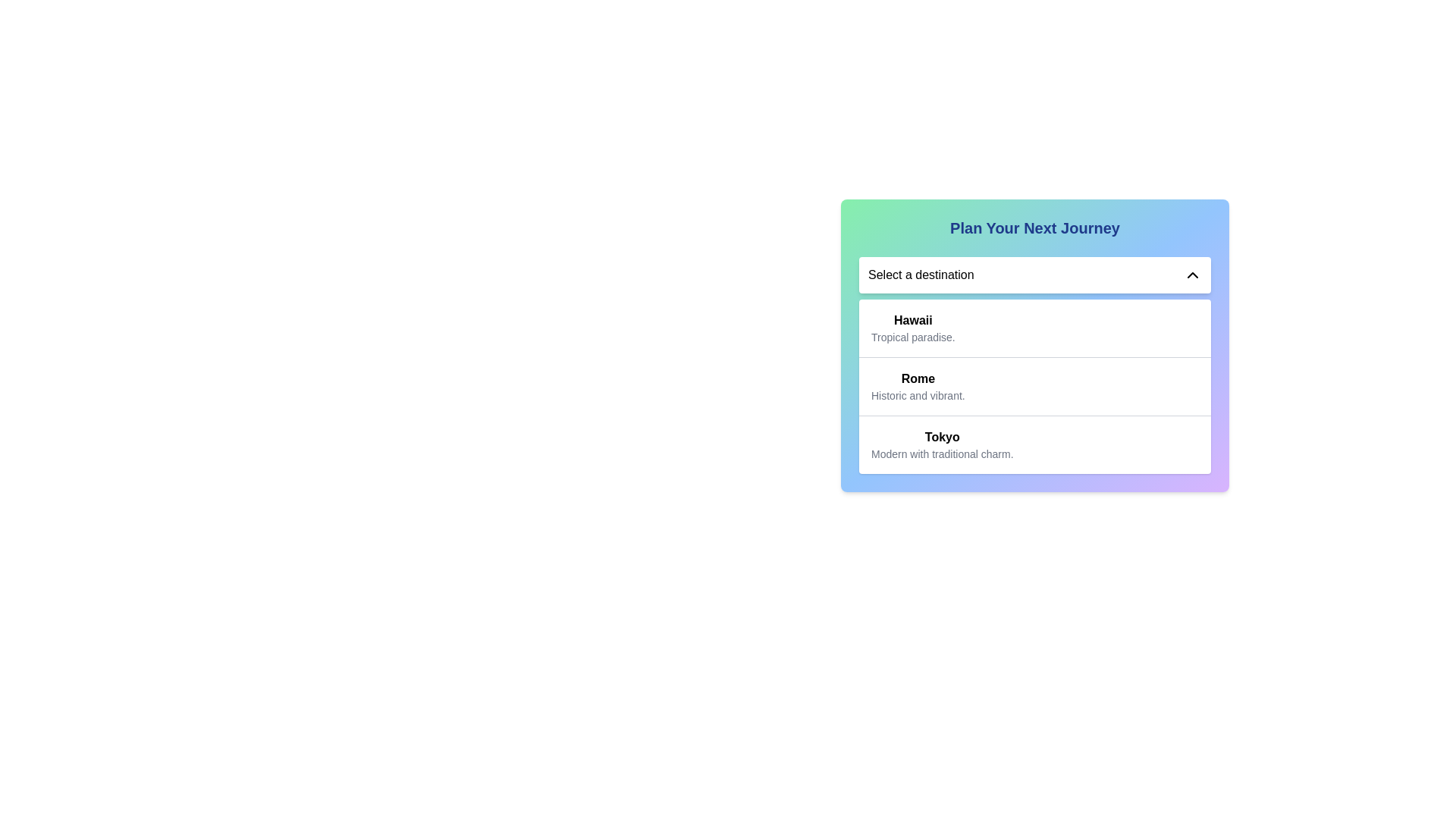 The height and width of the screenshot is (819, 1456). What do you see at coordinates (1034, 385) in the screenshot?
I see `the second list item labeled 'Rome' in the drop-down list that appears below the 'Select a destination' field` at bounding box center [1034, 385].